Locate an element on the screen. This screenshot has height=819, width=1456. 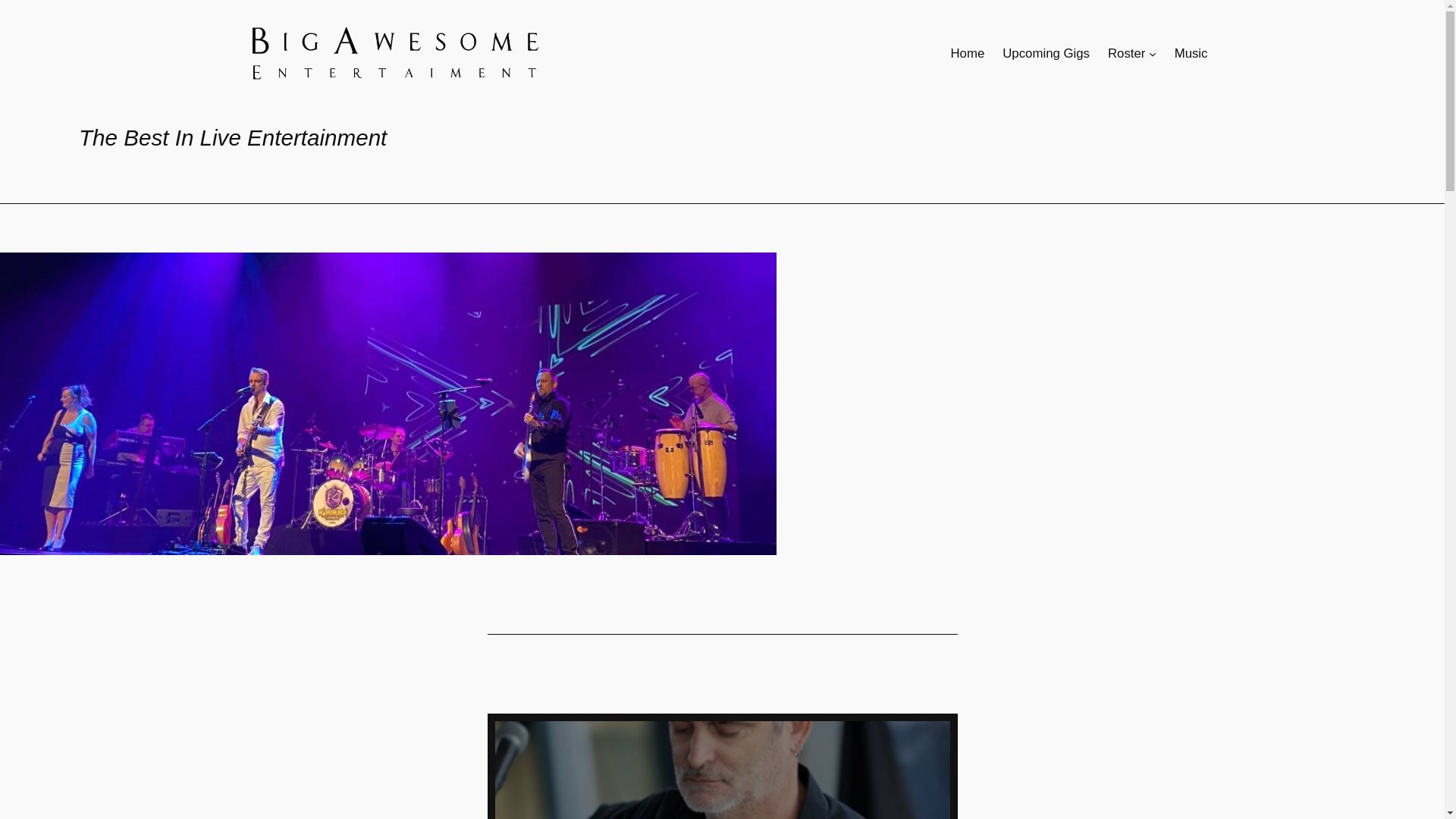
'Home' is located at coordinates (966, 52).